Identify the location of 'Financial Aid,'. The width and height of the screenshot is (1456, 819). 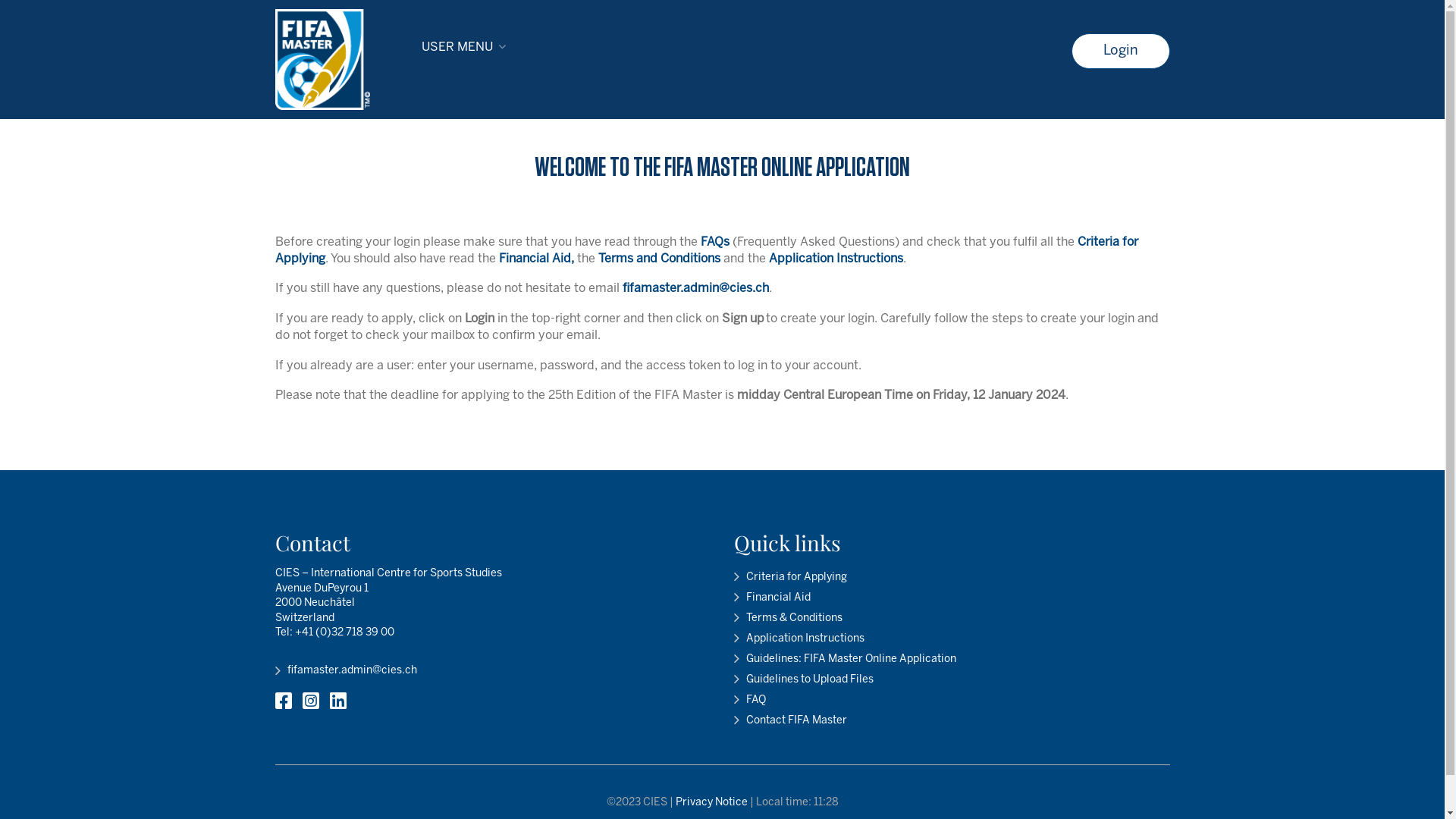
(498, 258).